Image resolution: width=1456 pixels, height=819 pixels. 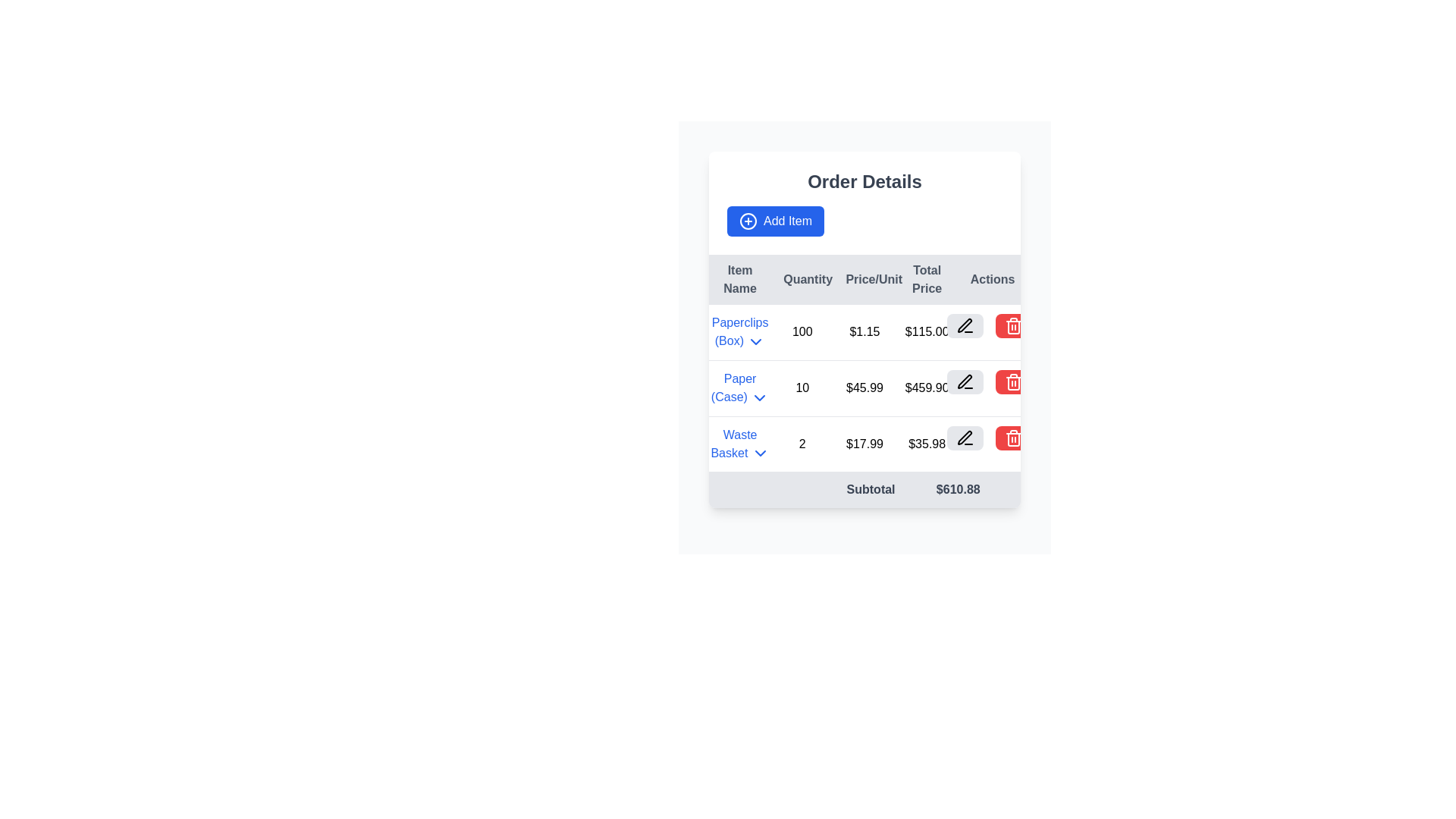 What do you see at coordinates (864, 331) in the screenshot?
I see `the text displaying the unit price of 'Paperclips (Box)', which is located under the 'Price/Unit' header in the first item row` at bounding box center [864, 331].